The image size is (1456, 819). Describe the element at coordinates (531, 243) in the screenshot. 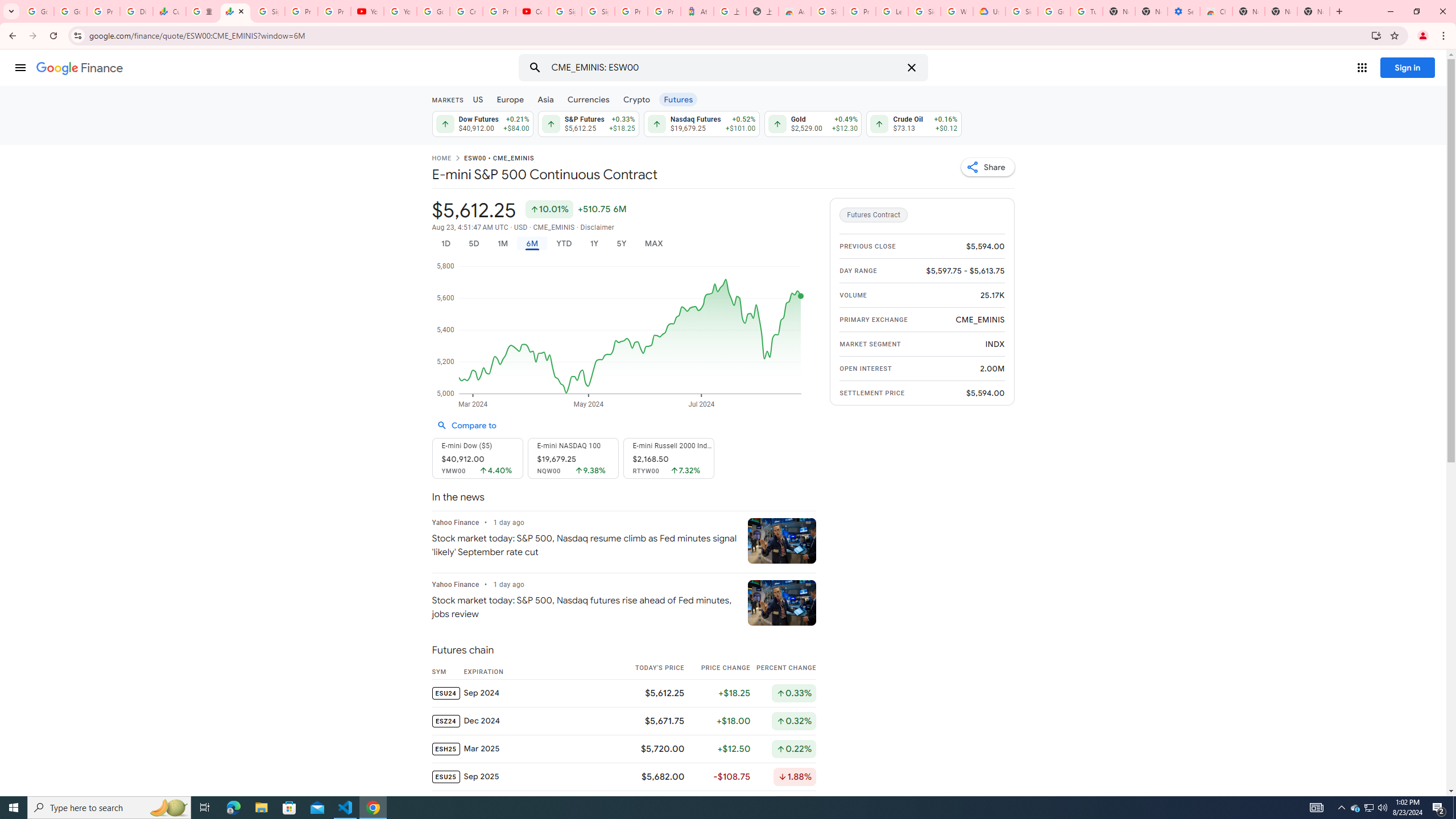

I see `'6M'` at that location.